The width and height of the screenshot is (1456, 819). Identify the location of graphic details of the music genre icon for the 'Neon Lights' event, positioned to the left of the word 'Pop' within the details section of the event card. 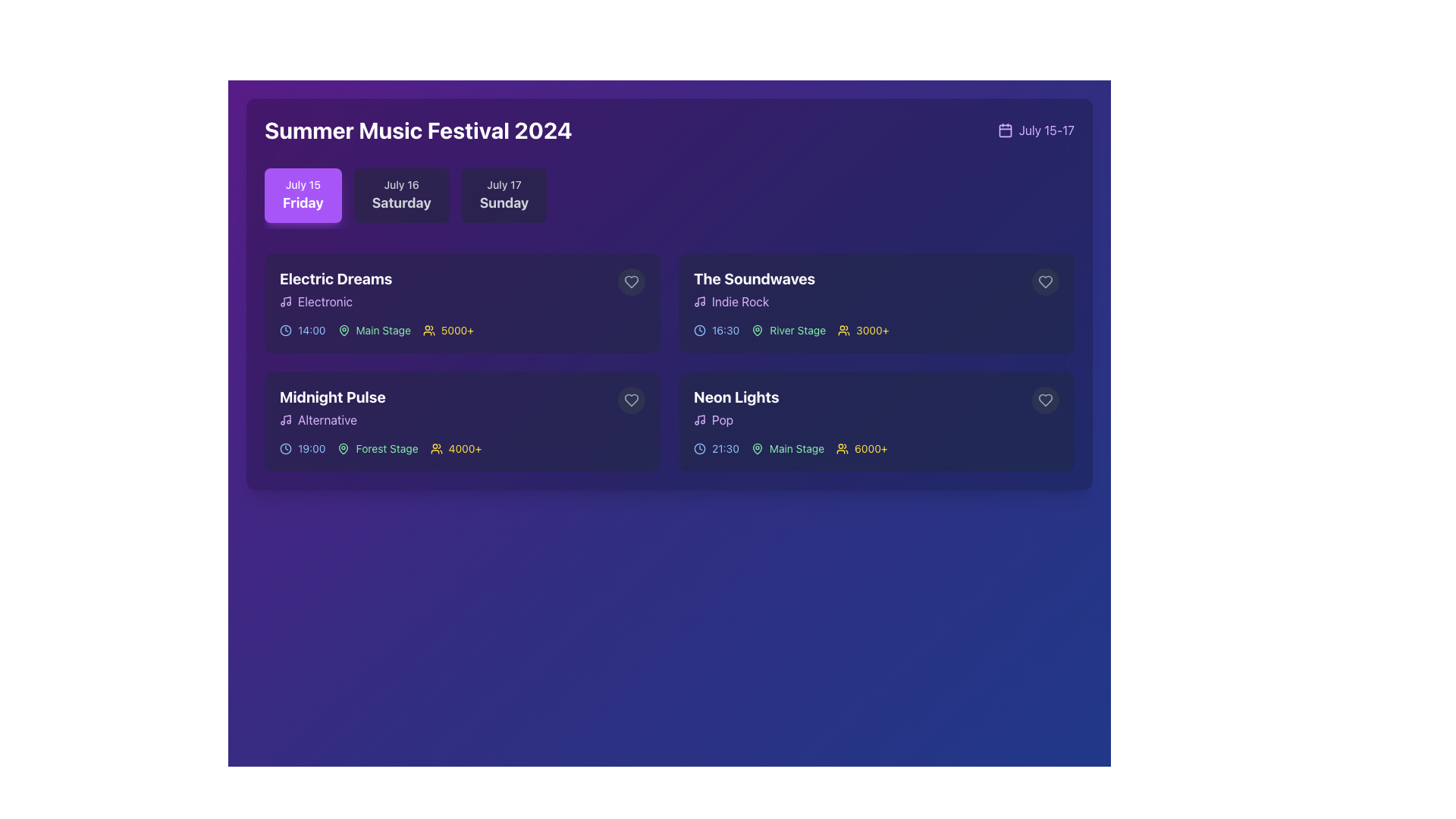
(698, 420).